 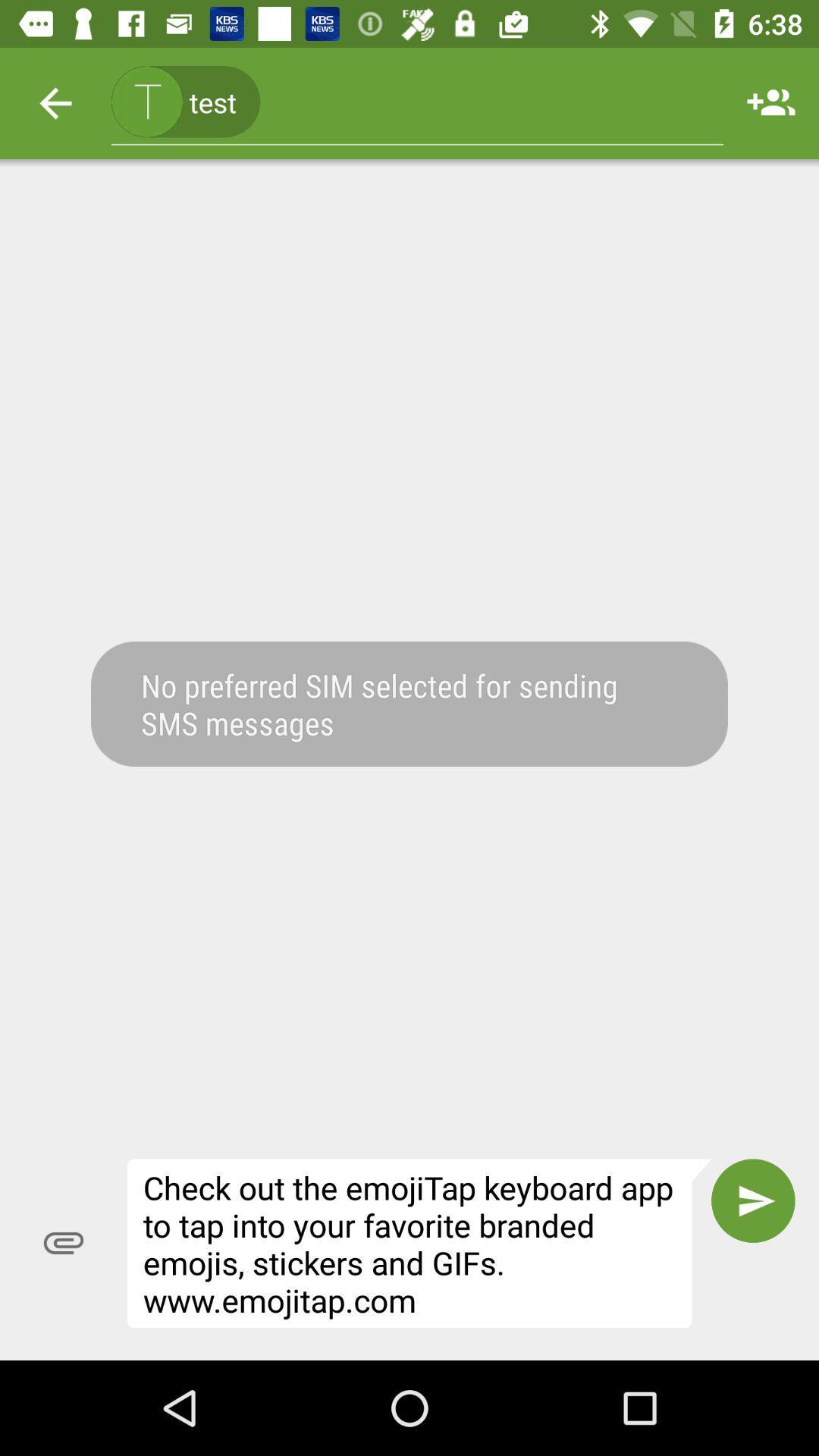 What do you see at coordinates (63, 1243) in the screenshot?
I see `the icon to the left of the check out the` at bounding box center [63, 1243].